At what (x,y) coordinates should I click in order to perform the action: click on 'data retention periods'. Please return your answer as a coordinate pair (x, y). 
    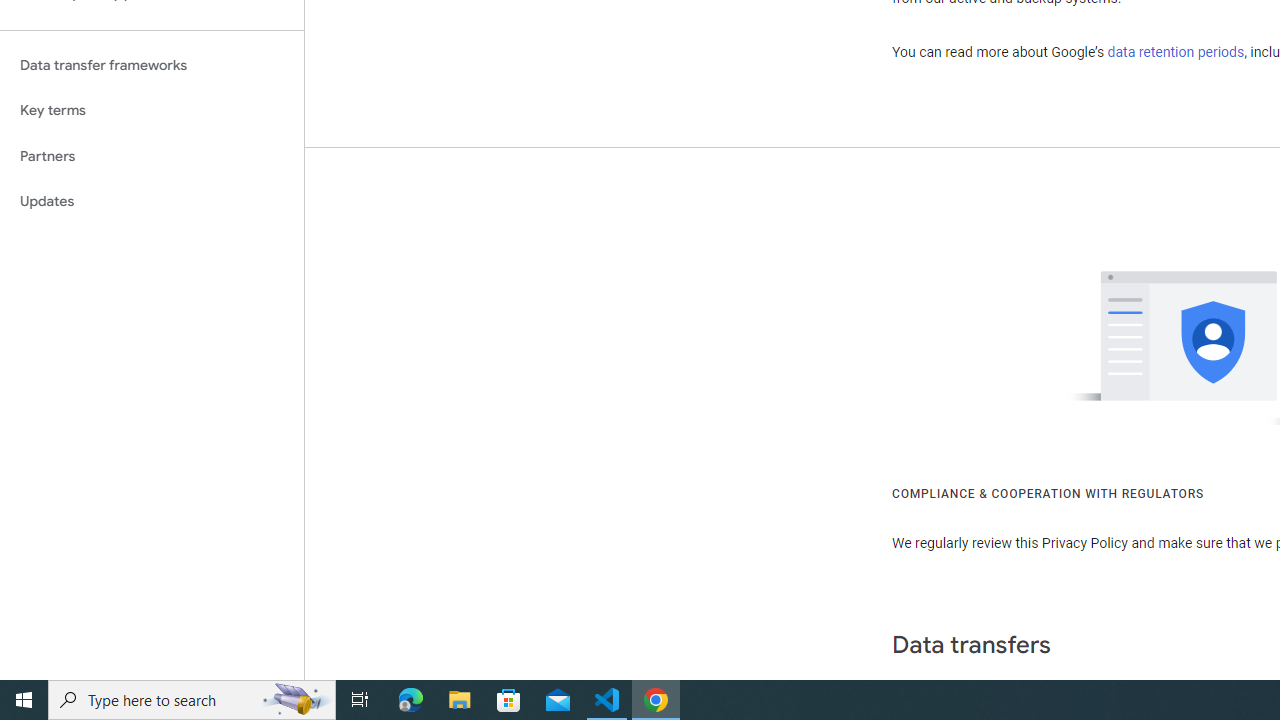
    Looking at the image, I should click on (1176, 51).